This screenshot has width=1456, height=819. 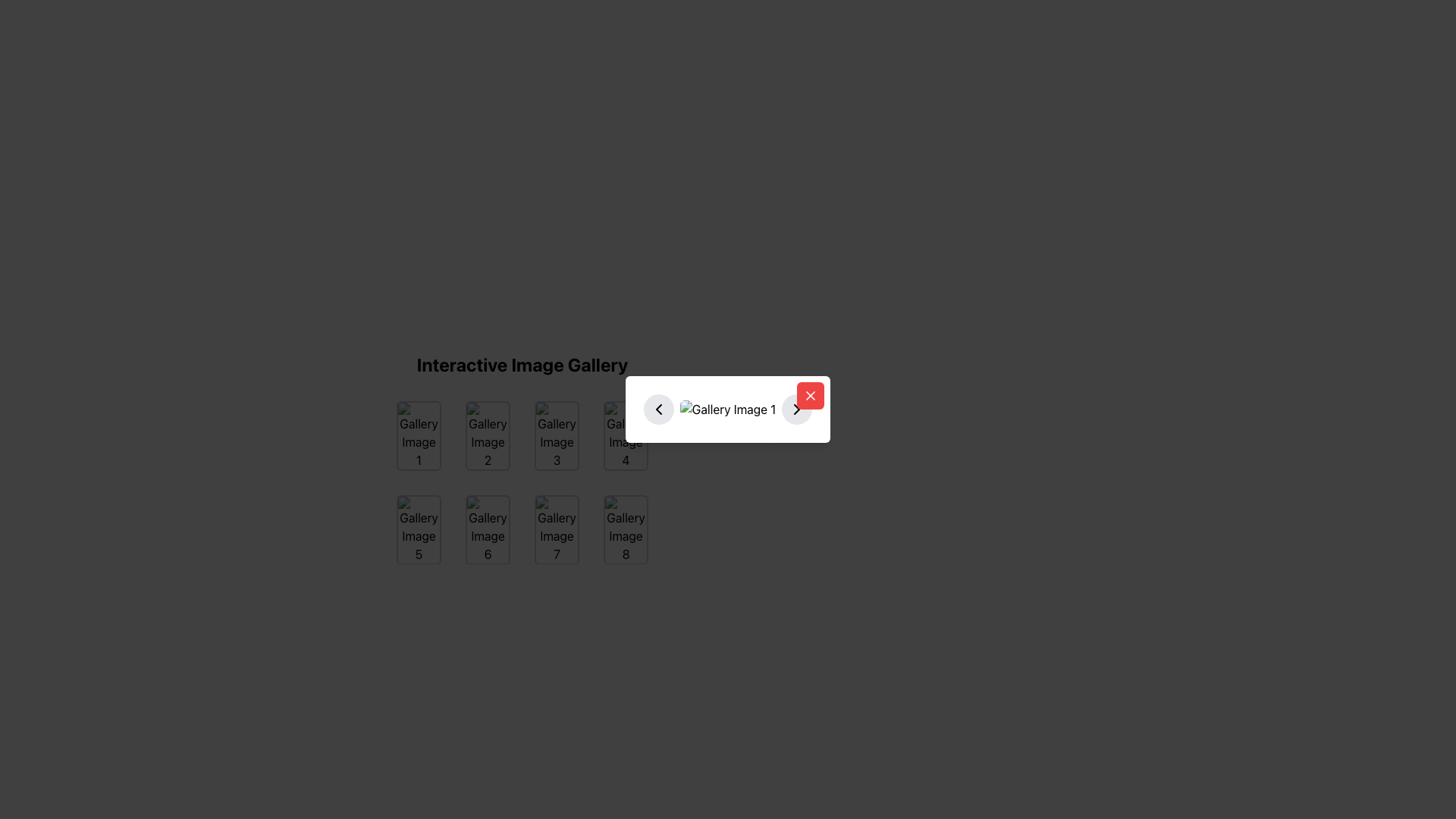 I want to click on the image thumbnail located, so click(x=488, y=529).